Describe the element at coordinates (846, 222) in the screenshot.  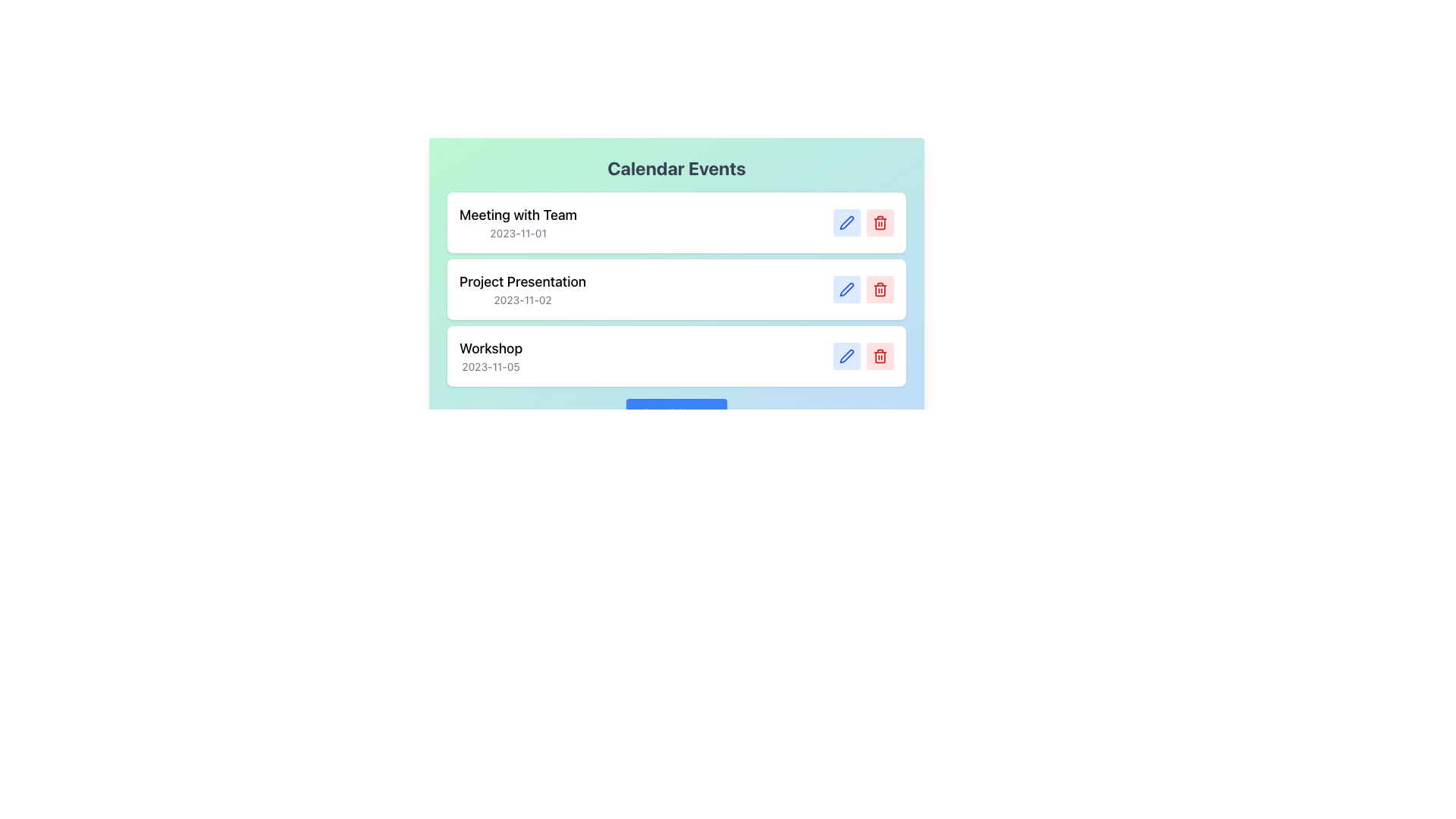
I see `the edit button with a pen icon located in the top-right of the first event item to initiate event editing` at that location.